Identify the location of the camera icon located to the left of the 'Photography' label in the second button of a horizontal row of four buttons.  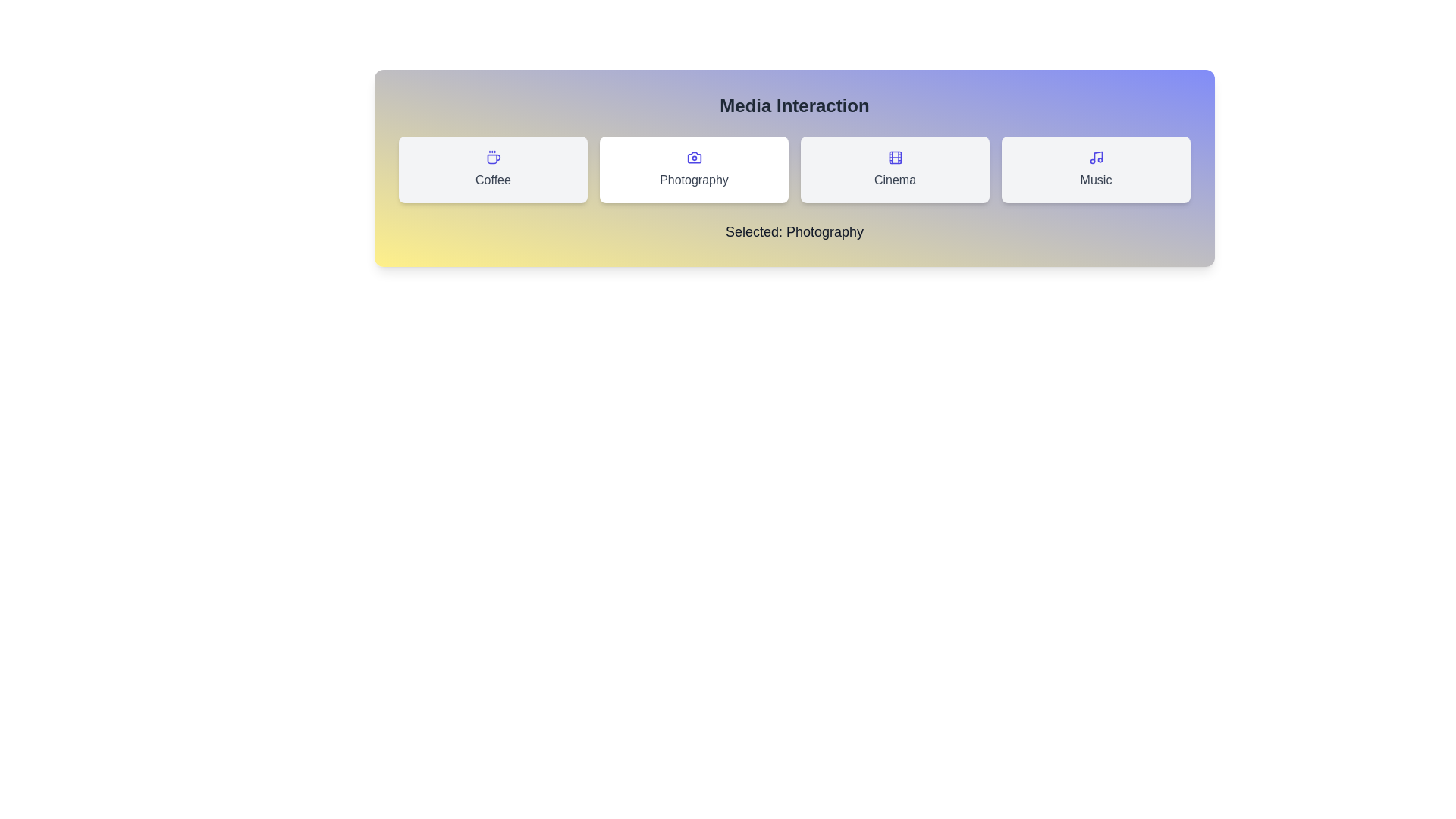
(693, 158).